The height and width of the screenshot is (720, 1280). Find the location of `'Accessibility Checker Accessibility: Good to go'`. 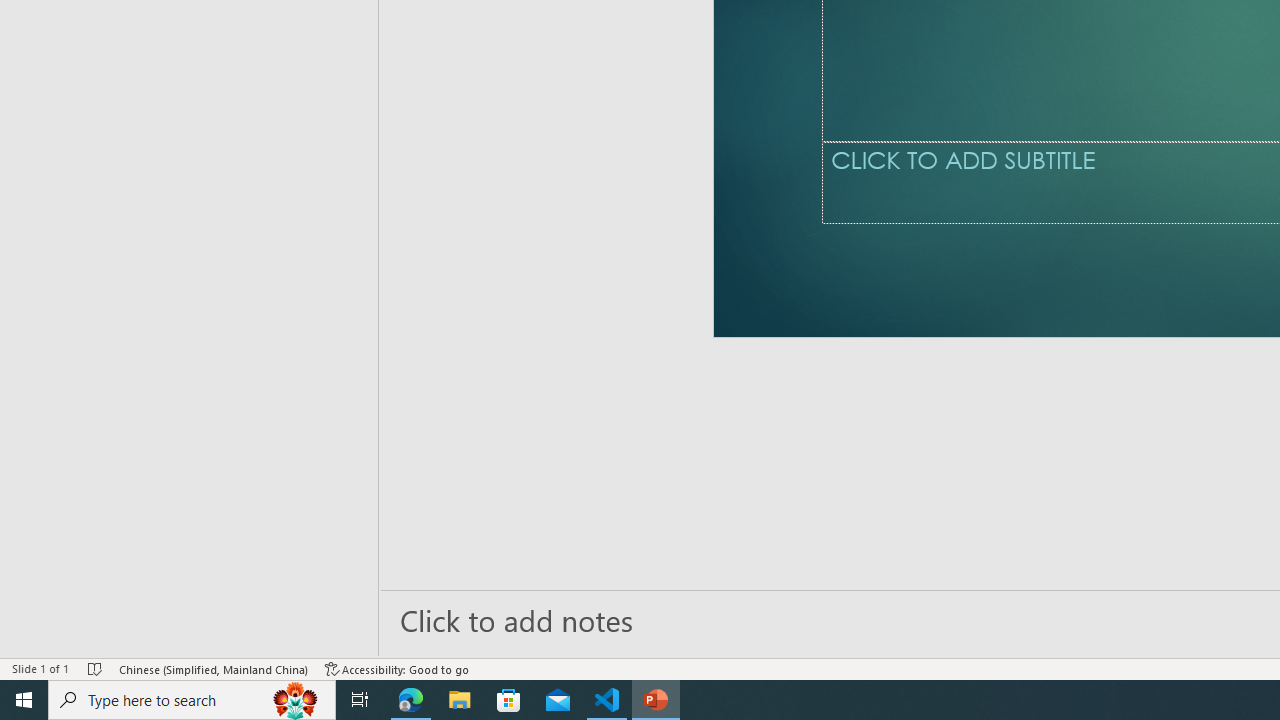

'Accessibility Checker Accessibility: Good to go' is located at coordinates (397, 669).